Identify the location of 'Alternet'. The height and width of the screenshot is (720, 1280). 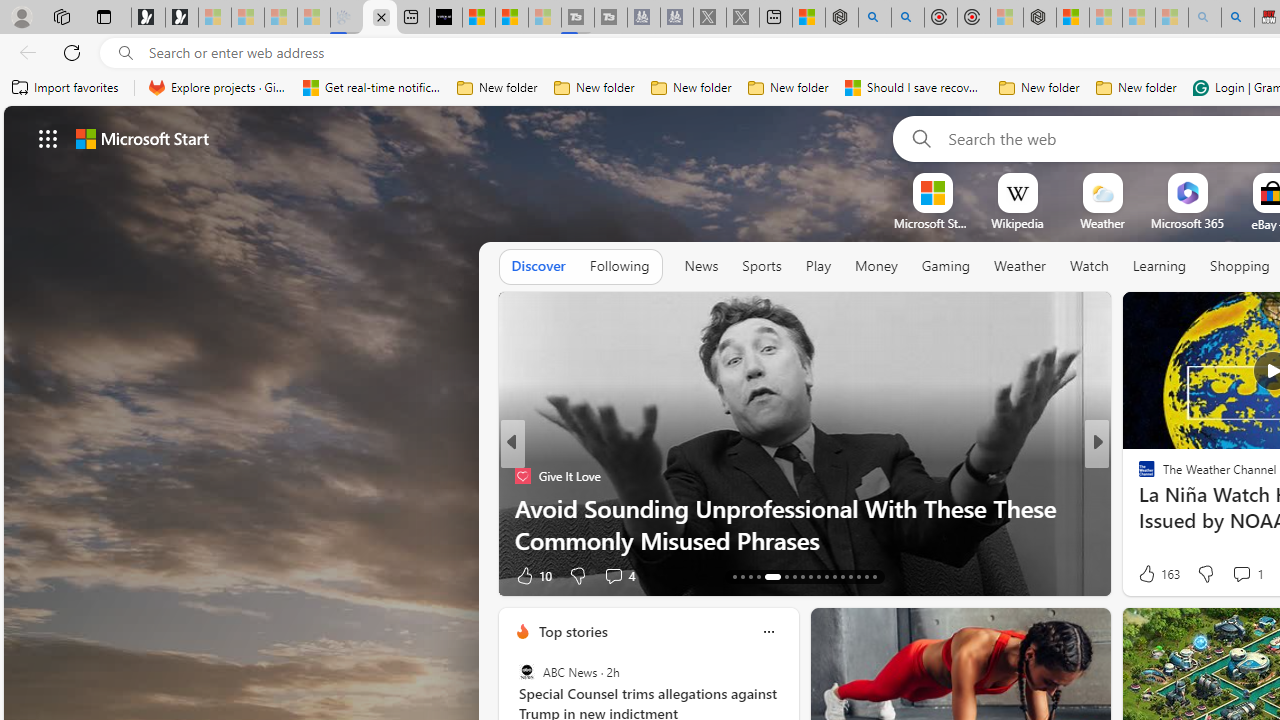
(1138, 475).